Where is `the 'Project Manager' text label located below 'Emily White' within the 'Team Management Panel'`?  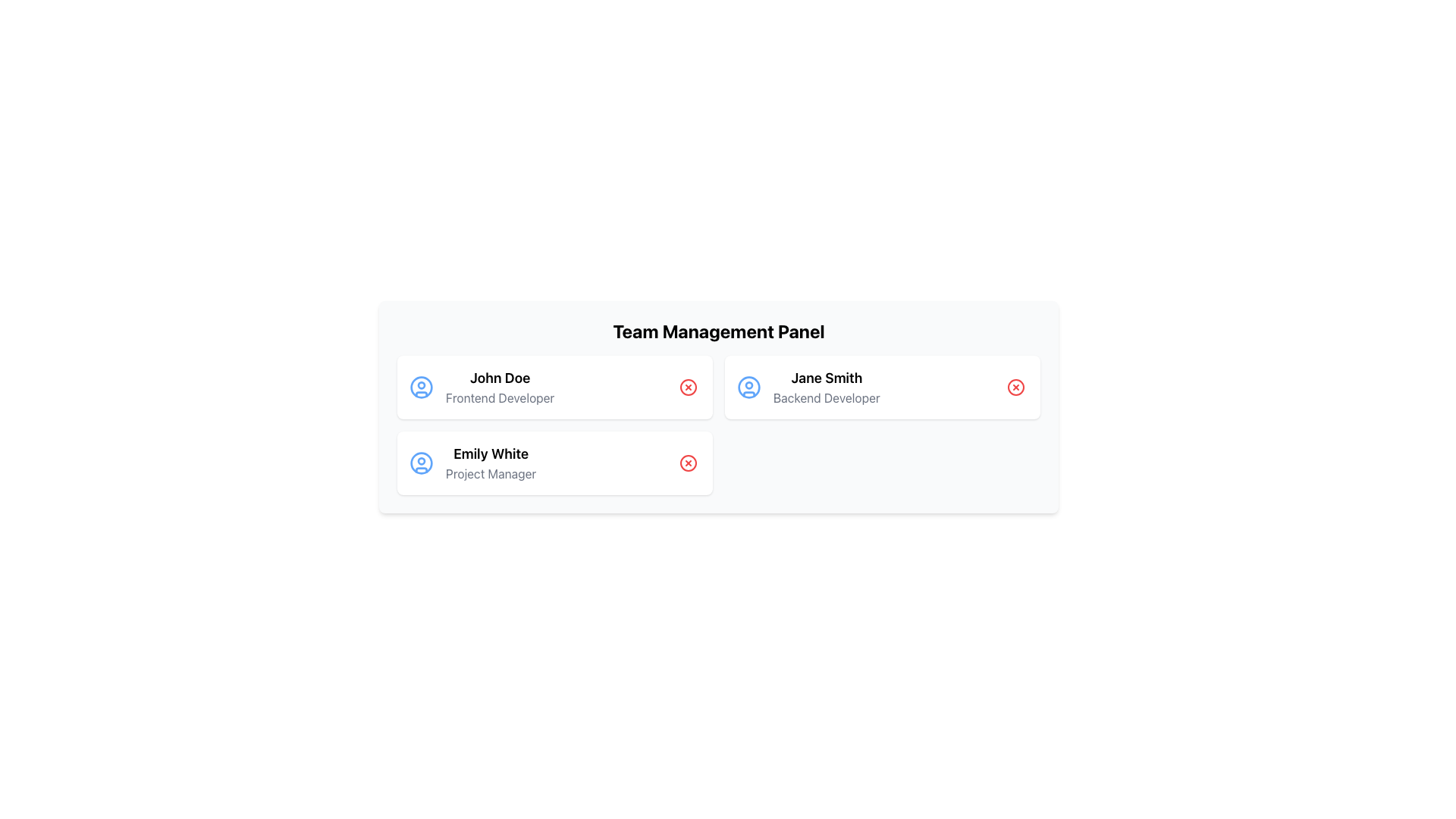
the 'Project Manager' text label located below 'Emily White' within the 'Team Management Panel' is located at coordinates (491, 472).